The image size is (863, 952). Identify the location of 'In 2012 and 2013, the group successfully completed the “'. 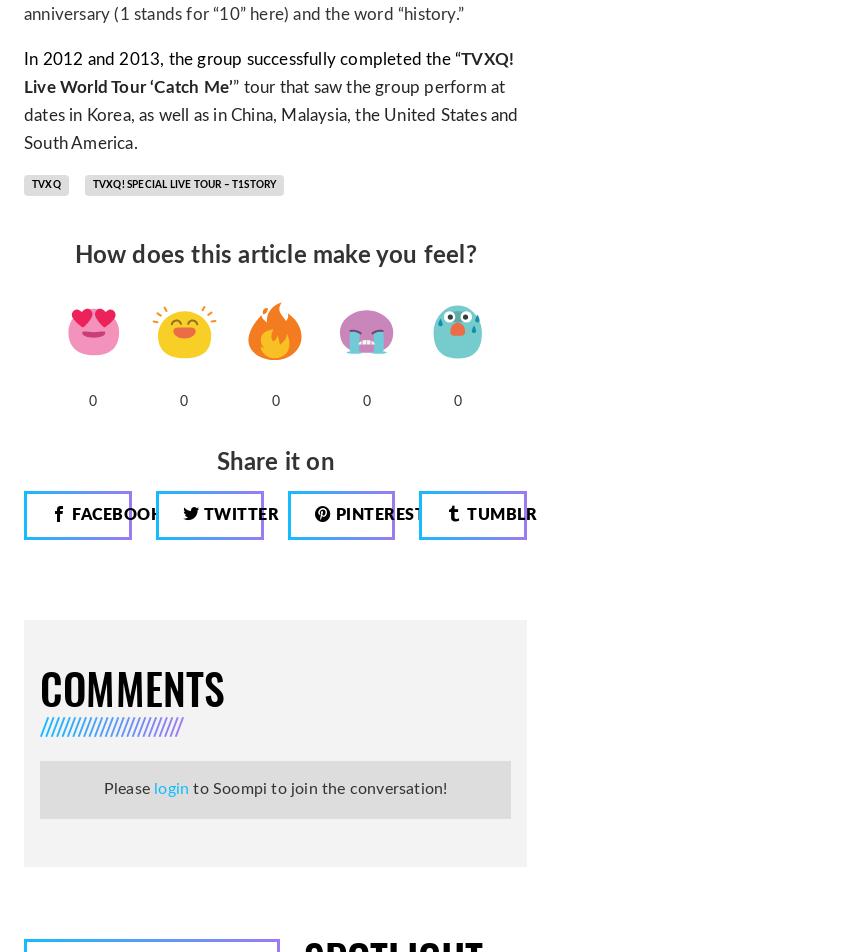
(23, 59).